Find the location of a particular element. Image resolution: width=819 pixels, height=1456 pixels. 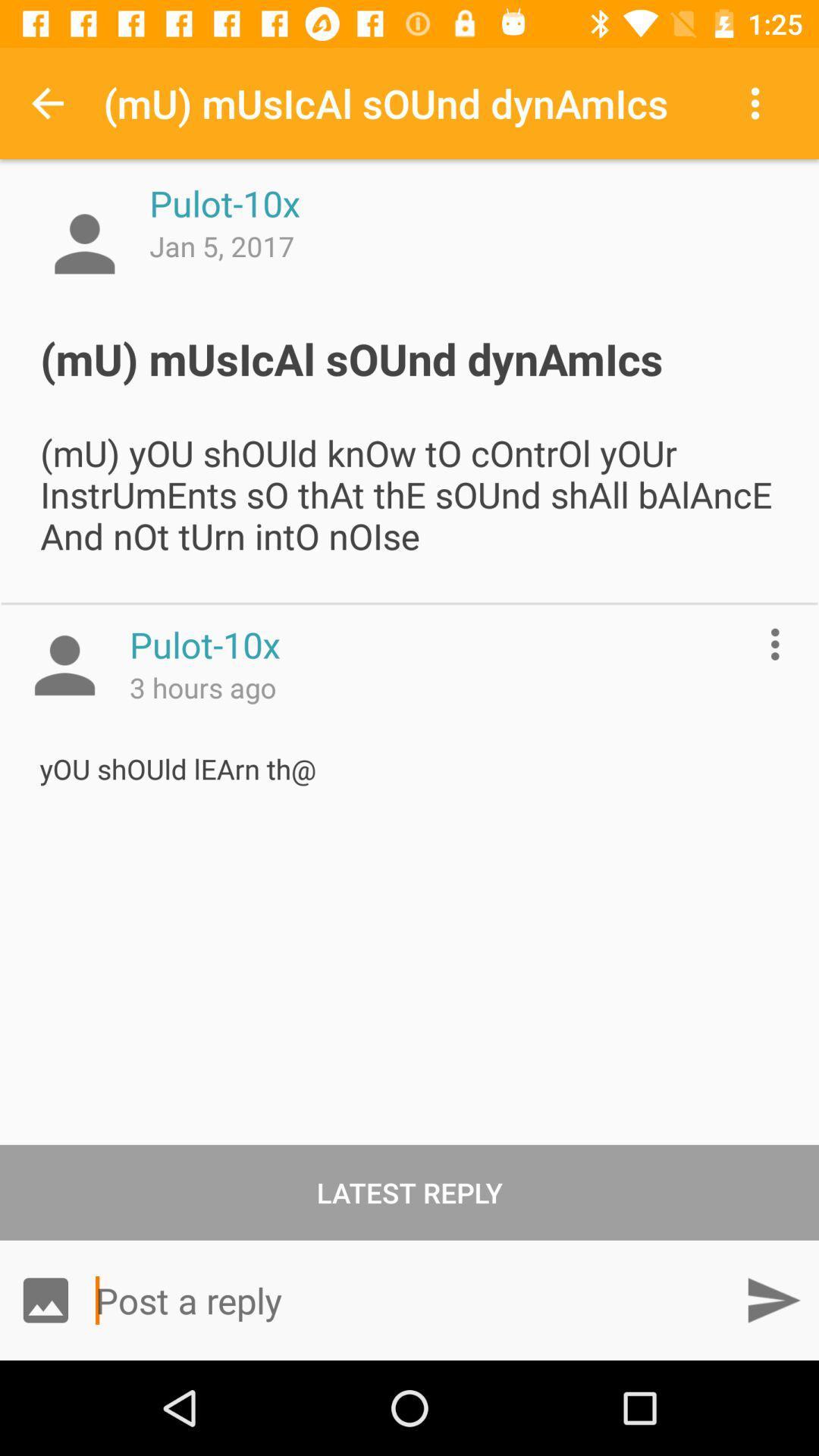

post a reply is located at coordinates (409, 1299).